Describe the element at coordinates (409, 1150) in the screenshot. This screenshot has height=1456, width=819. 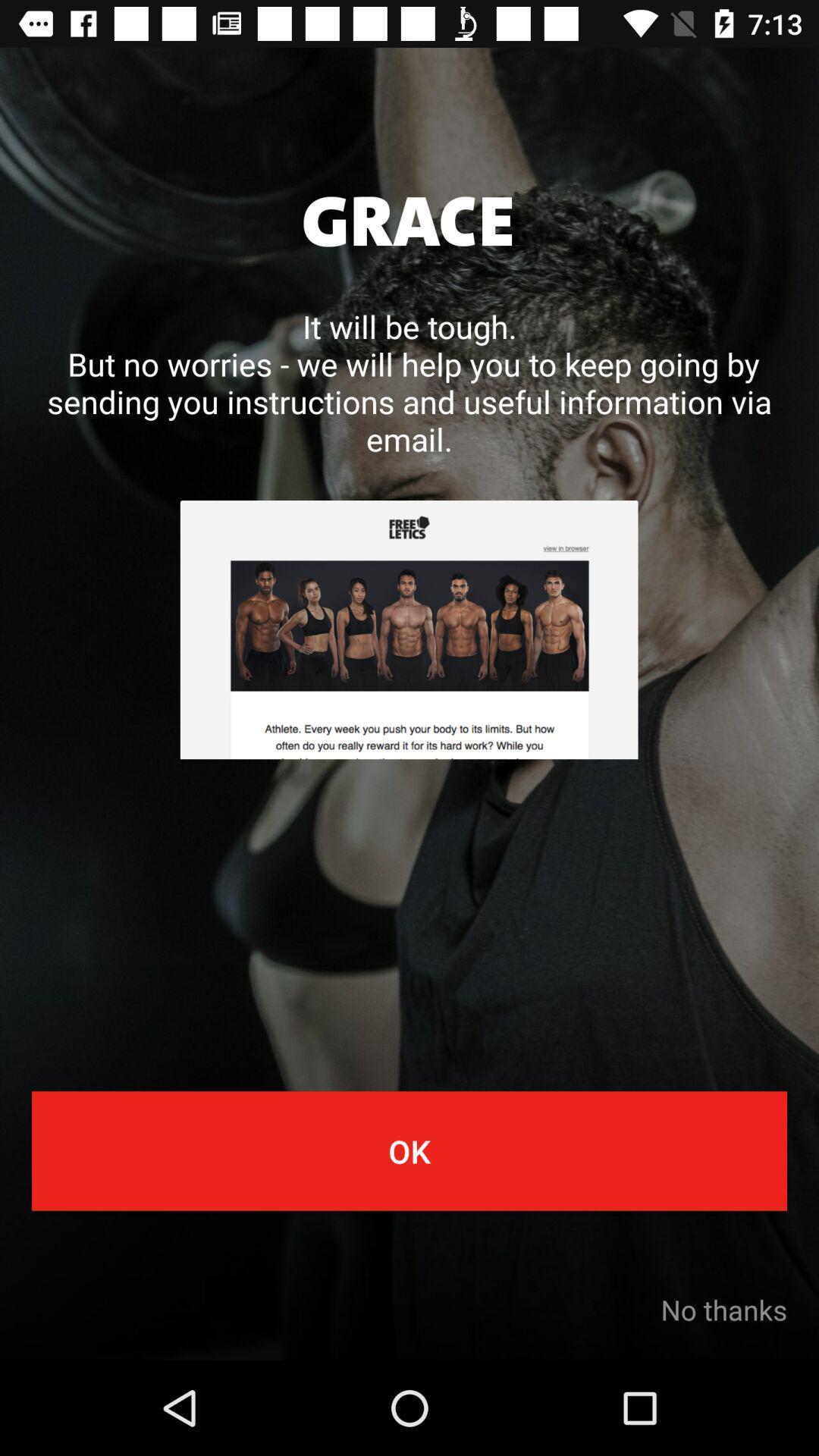
I see `the icon above no thanks item` at that location.